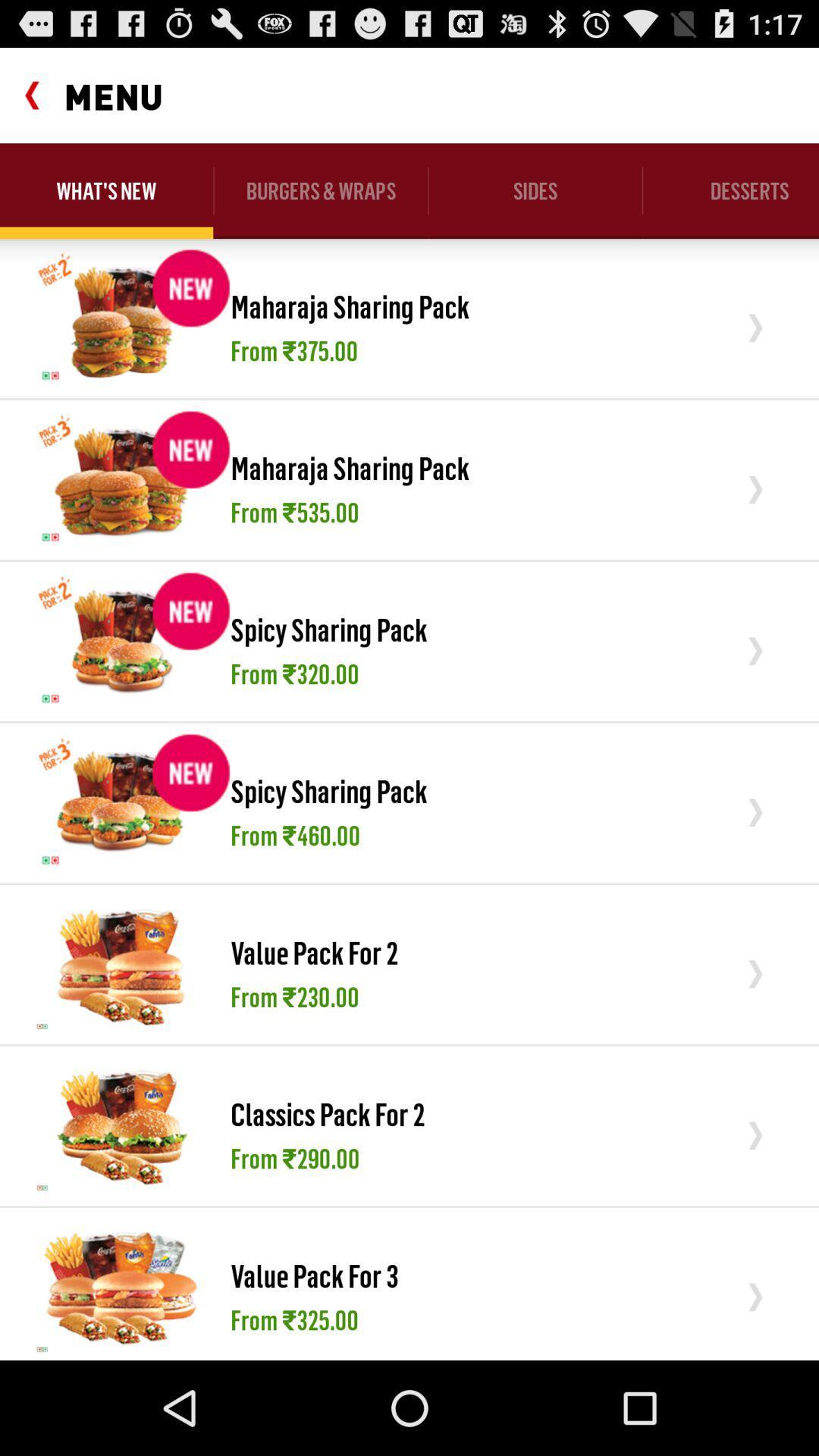 Image resolution: width=819 pixels, height=1456 pixels. Describe the element at coordinates (121, 963) in the screenshot. I see `item next to value pack for item` at that location.